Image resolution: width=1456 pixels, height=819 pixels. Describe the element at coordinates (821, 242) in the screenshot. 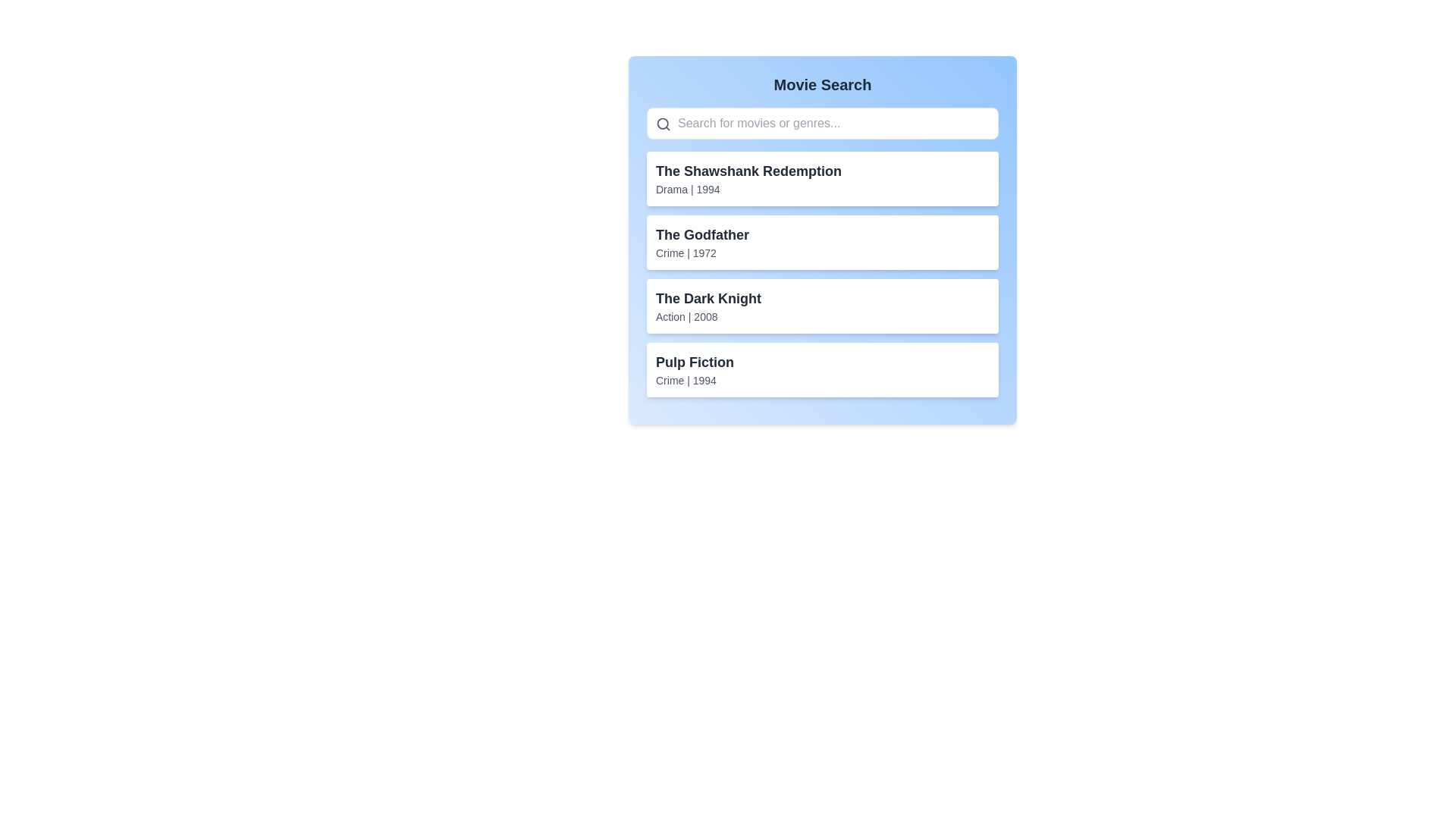

I see `the card titled 'The Godfather'` at that location.